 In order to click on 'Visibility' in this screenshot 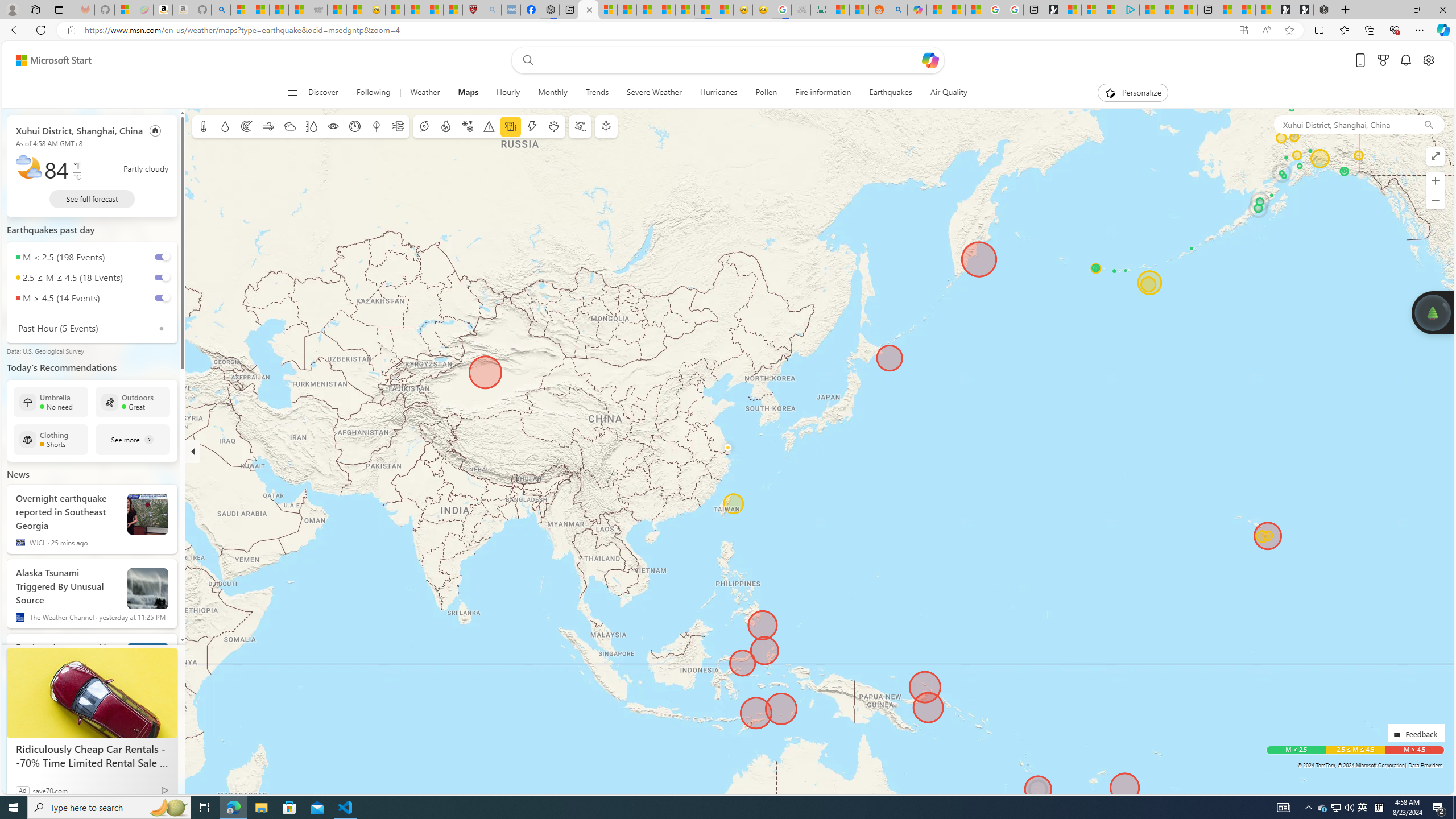, I will do `click(333, 126)`.